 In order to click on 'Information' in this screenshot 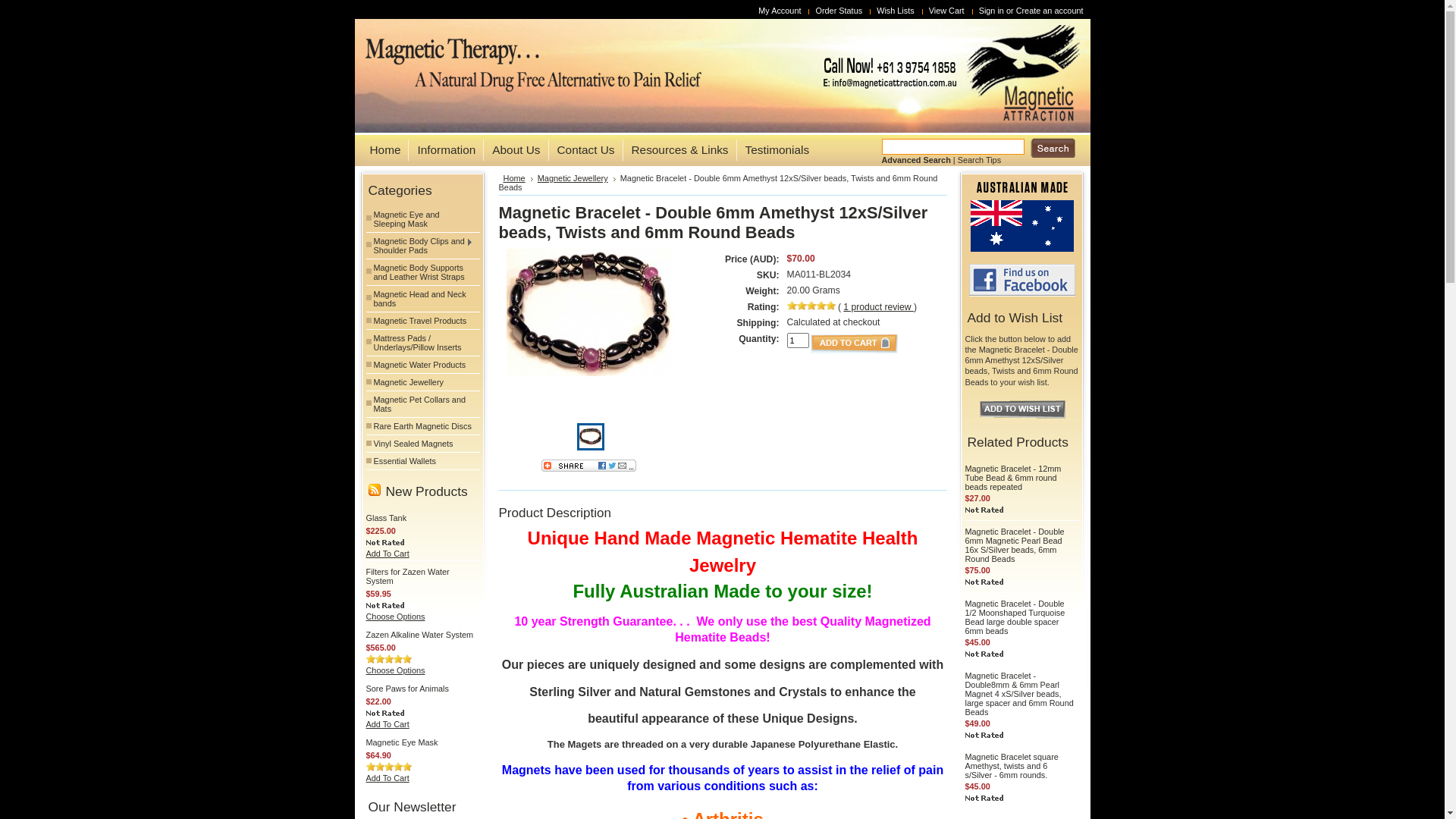, I will do `click(441, 149)`.